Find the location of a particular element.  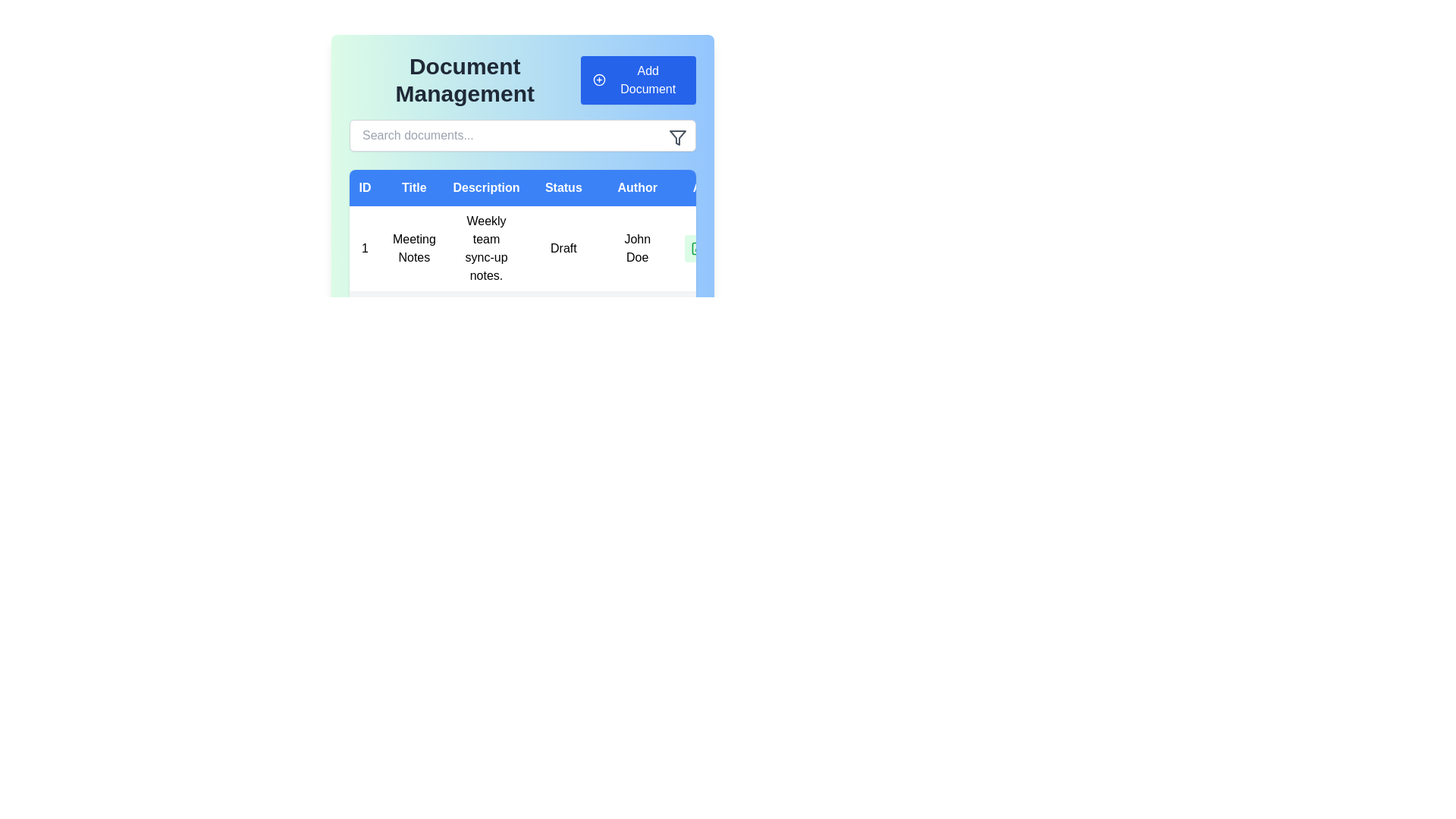

the 'Status' text label in the fourth position of the row that labels the column representing the status of items in the table is located at coordinates (563, 187).